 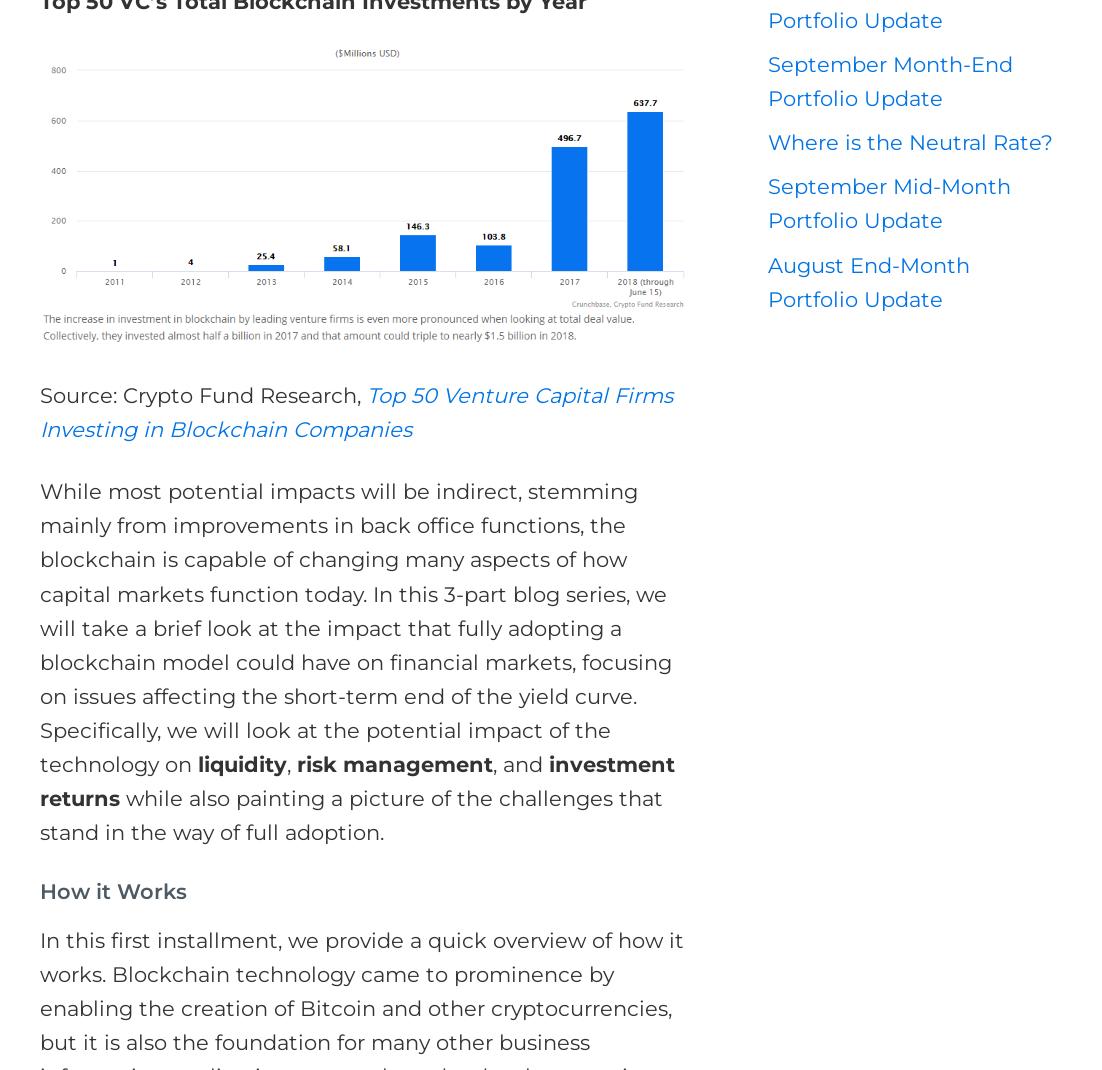 I want to click on 'liquidity', so click(x=241, y=763).